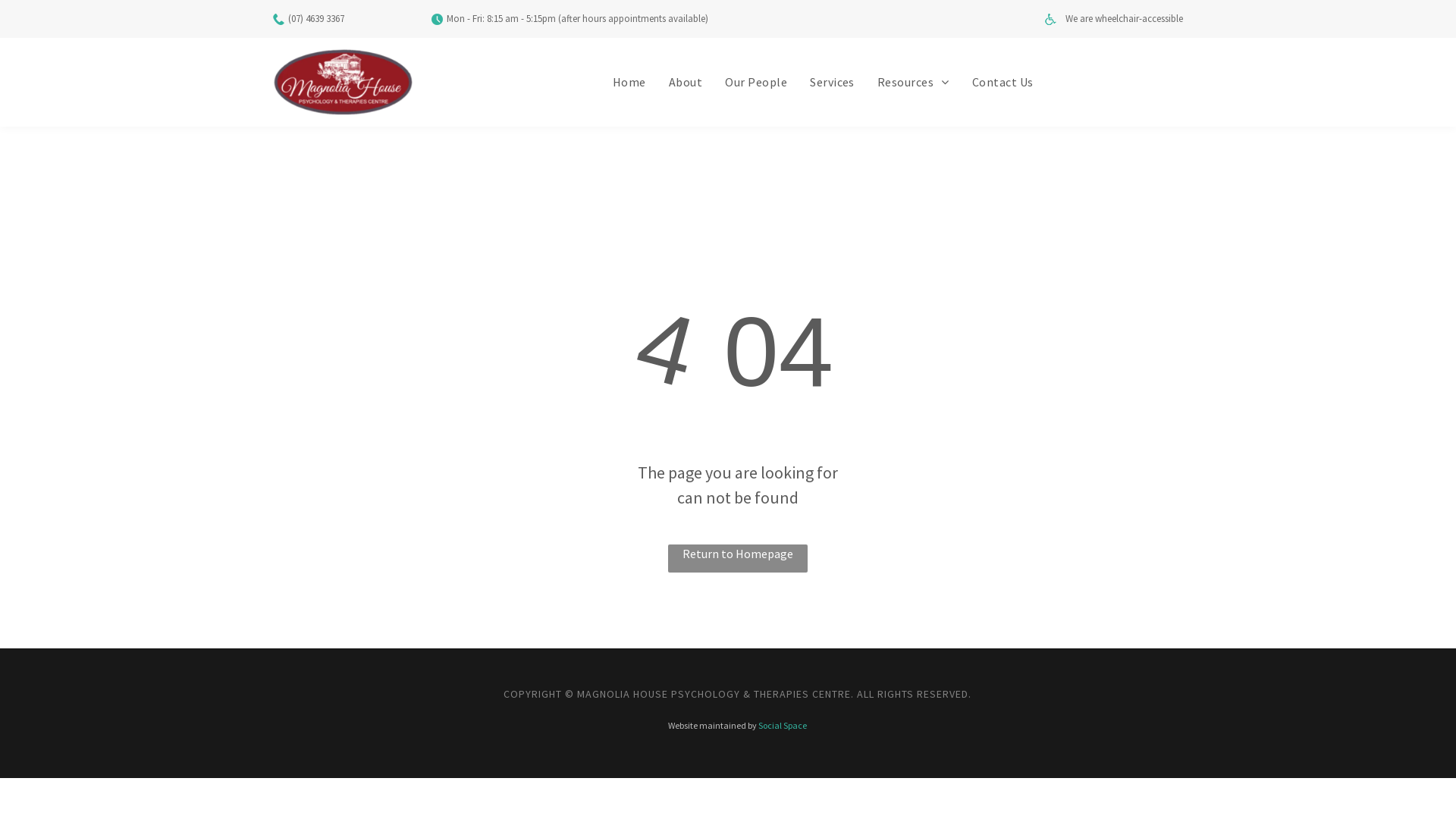 The height and width of the screenshot is (819, 1456). What do you see at coordinates (756, 82) in the screenshot?
I see `'Our People'` at bounding box center [756, 82].